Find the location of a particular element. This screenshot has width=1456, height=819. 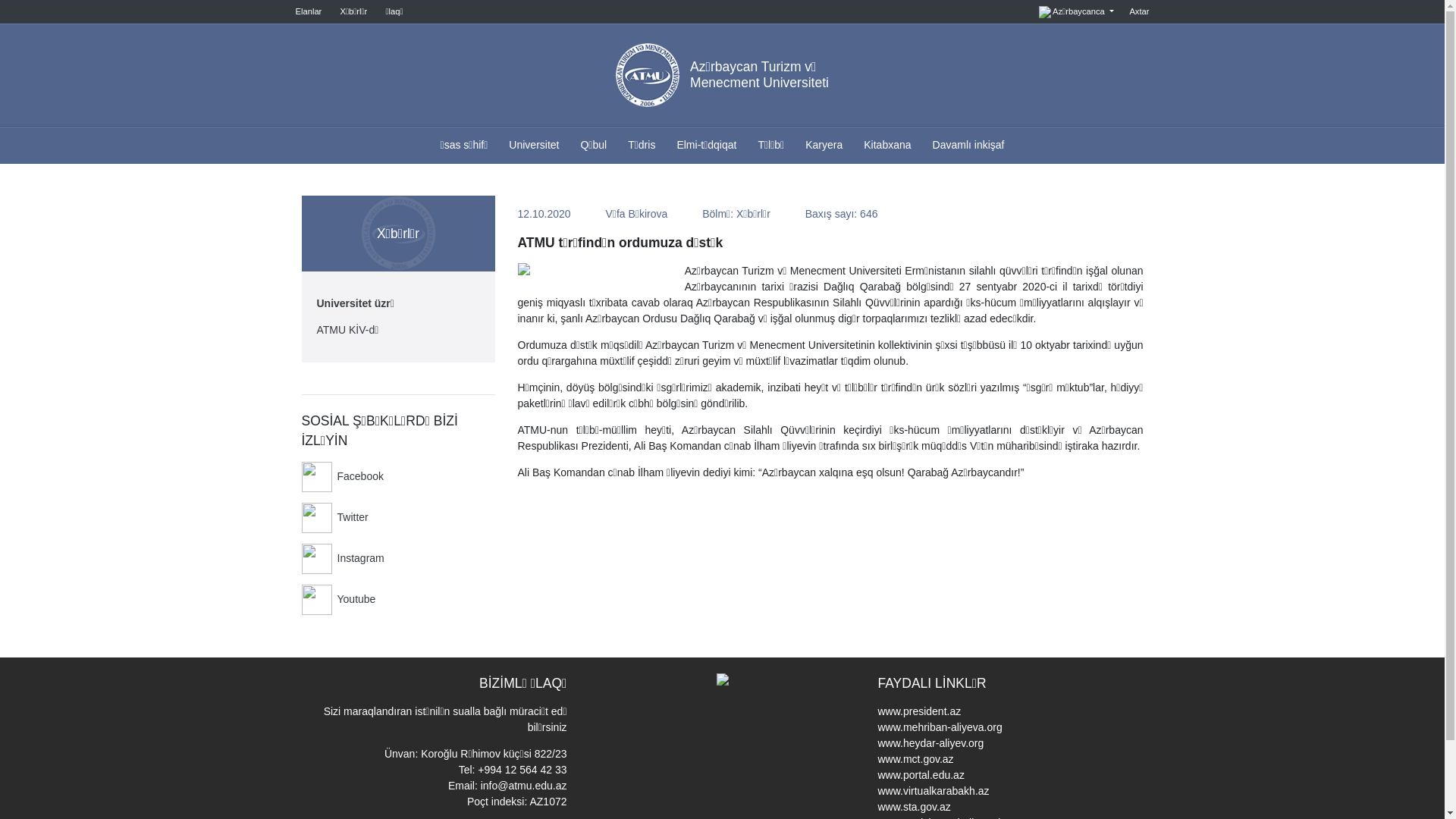

'www.heydar-aliyev.org' is located at coordinates (930, 742).